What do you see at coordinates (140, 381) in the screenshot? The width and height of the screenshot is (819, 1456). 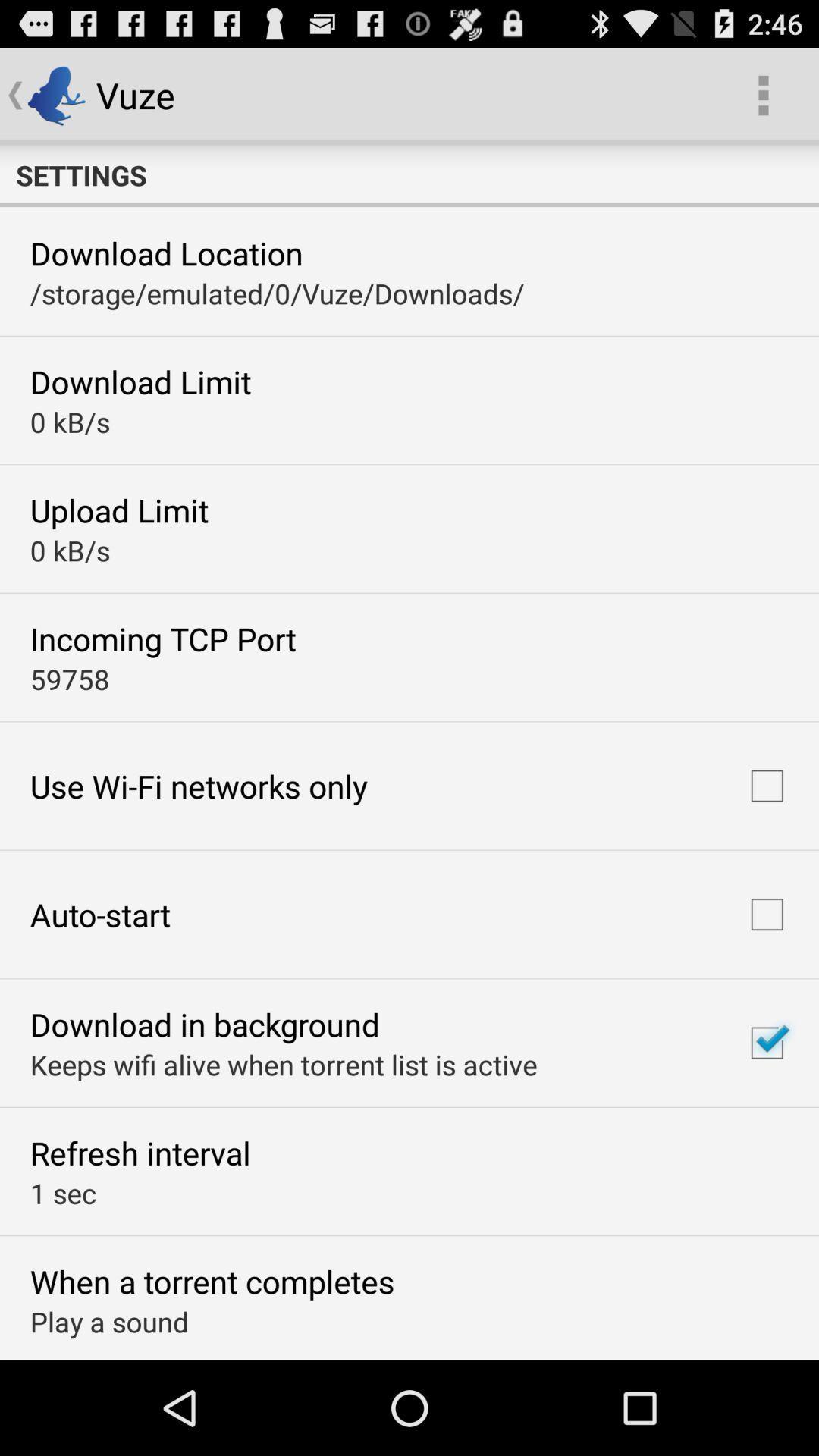 I see `the download limit` at bounding box center [140, 381].